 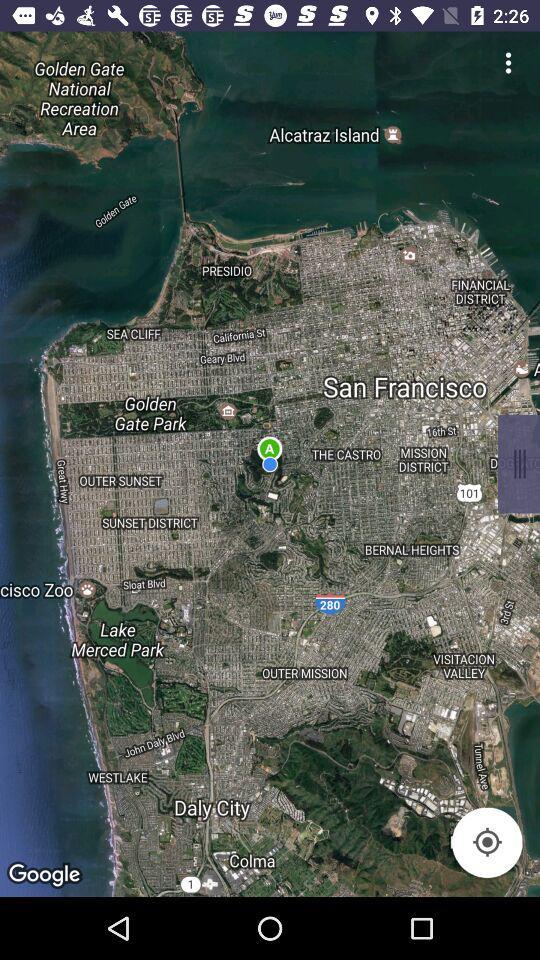 I want to click on the item at the center, so click(x=270, y=464).